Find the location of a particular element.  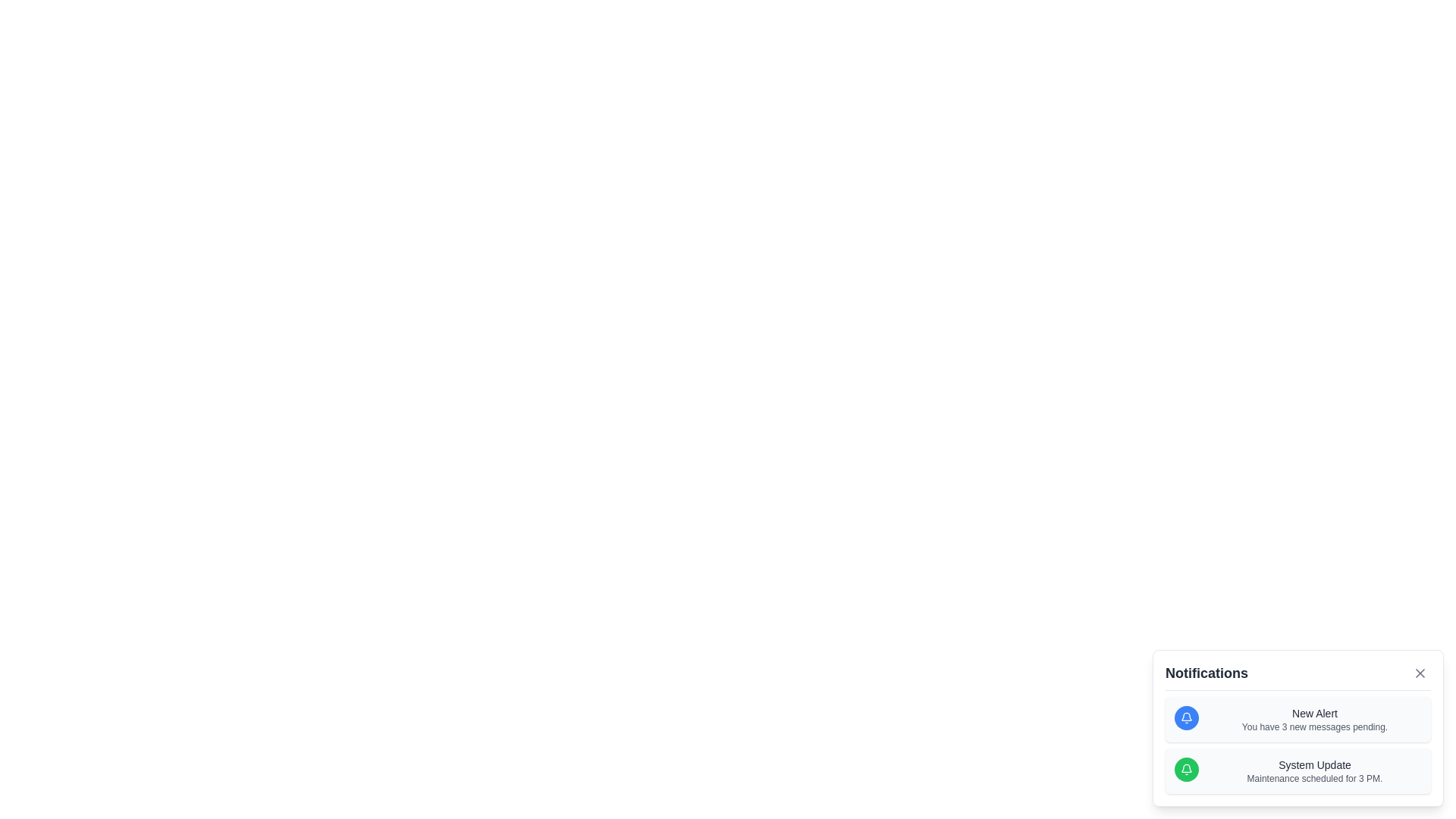

the second notification block that informs the user about a system update scheduled for 3 PM, located below the 'New Alert' notification is located at coordinates (1298, 771).